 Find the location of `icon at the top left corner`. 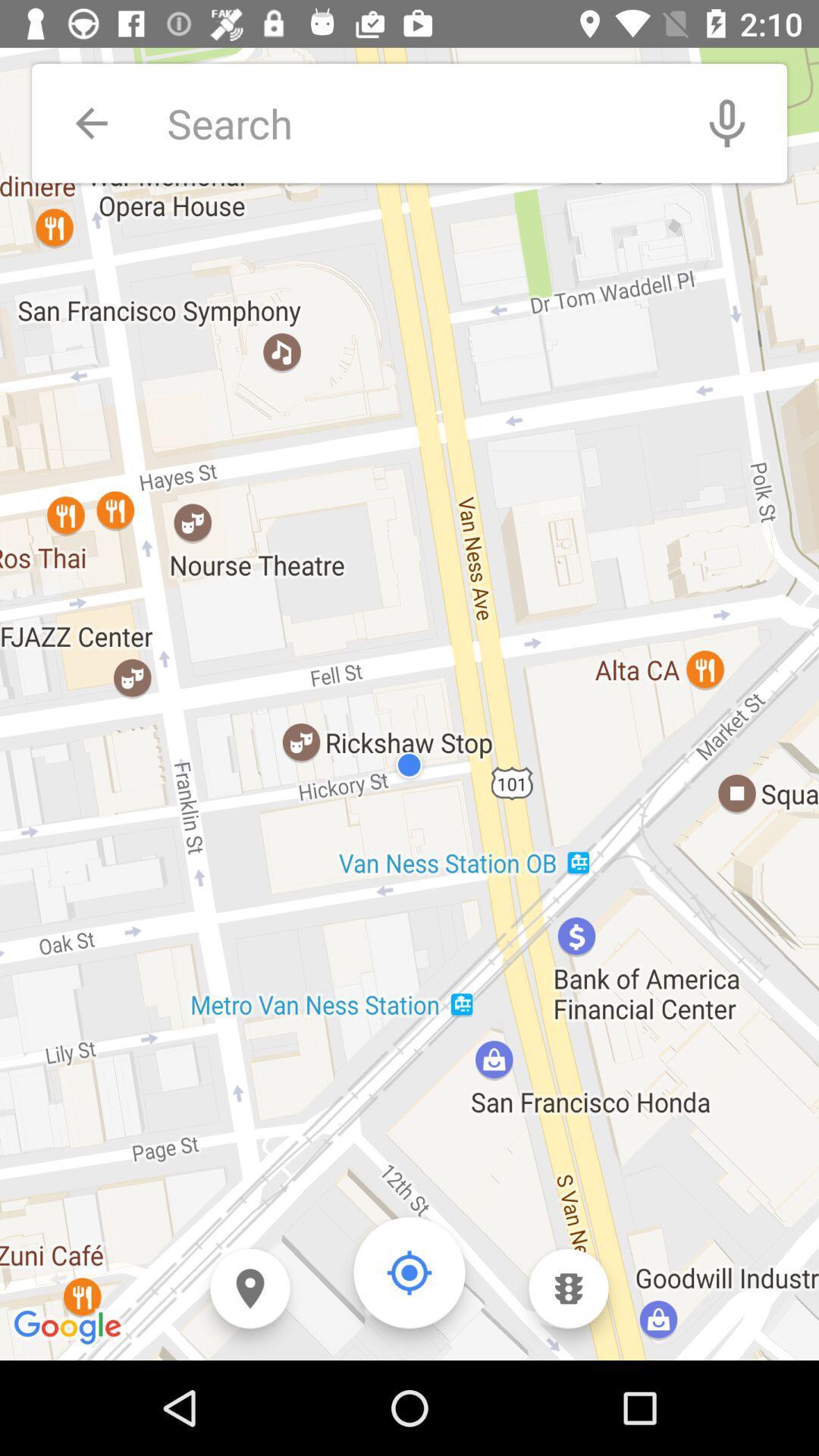

icon at the top left corner is located at coordinates (91, 123).